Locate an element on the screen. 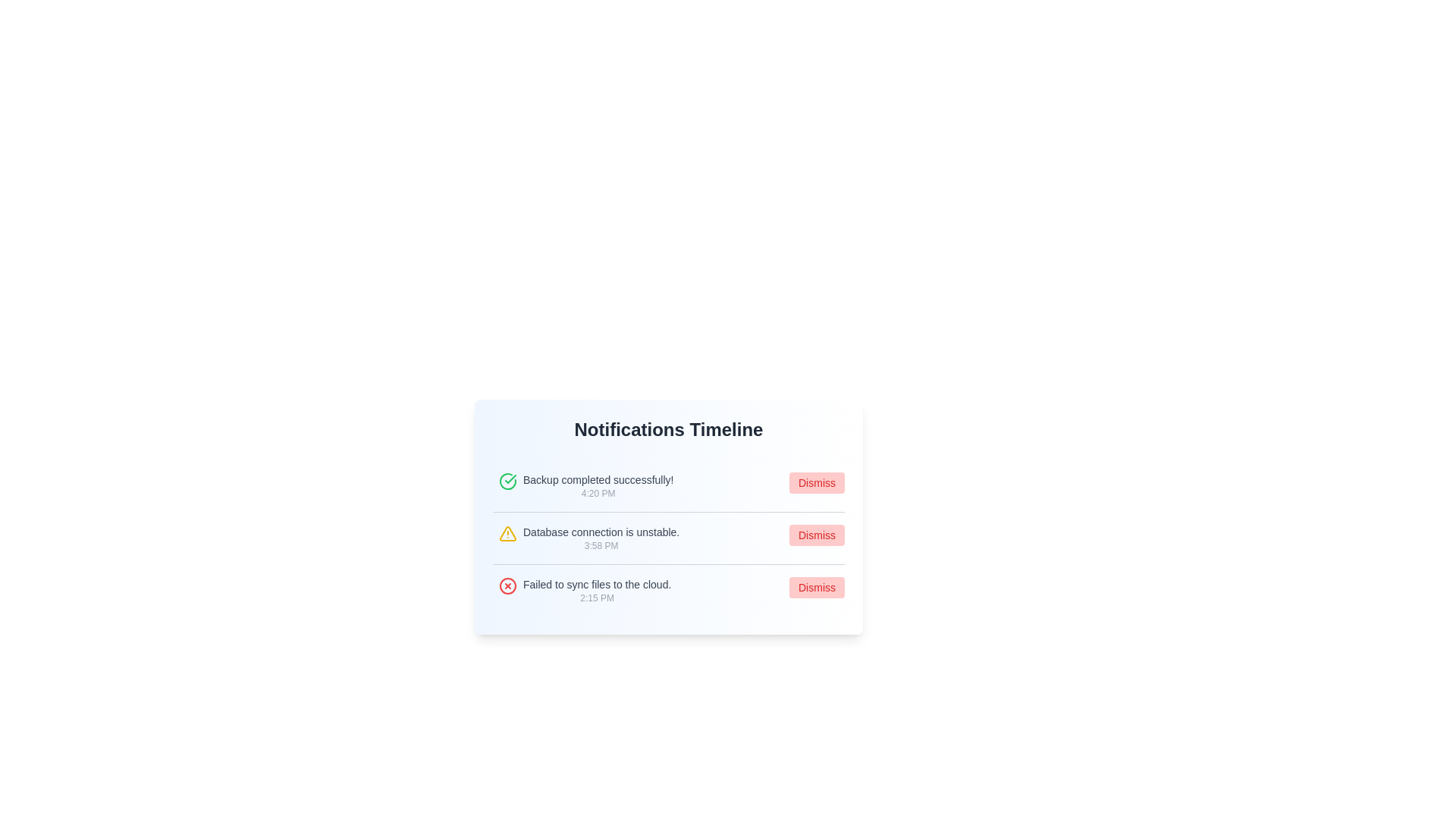  the static text element that informs the user about the database connection status, positioned in the notifications list, specifically within the second item, directly above the timestamp '3:58 PM' and adjacent to the yellow warning symbol is located at coordinates (601, 532).